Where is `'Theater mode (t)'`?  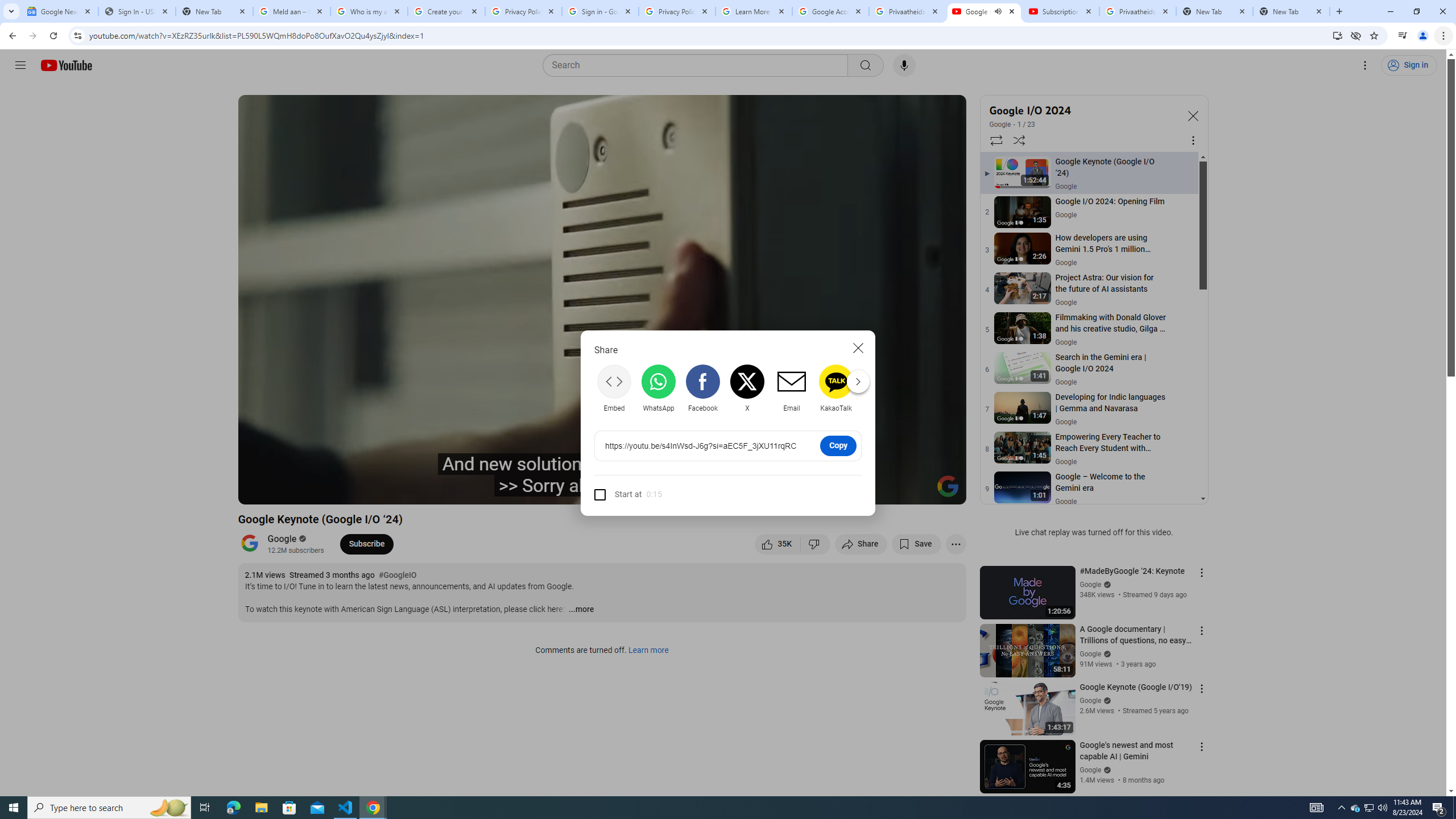 'Theater mode (t)' is located at coordinates (918, 490).